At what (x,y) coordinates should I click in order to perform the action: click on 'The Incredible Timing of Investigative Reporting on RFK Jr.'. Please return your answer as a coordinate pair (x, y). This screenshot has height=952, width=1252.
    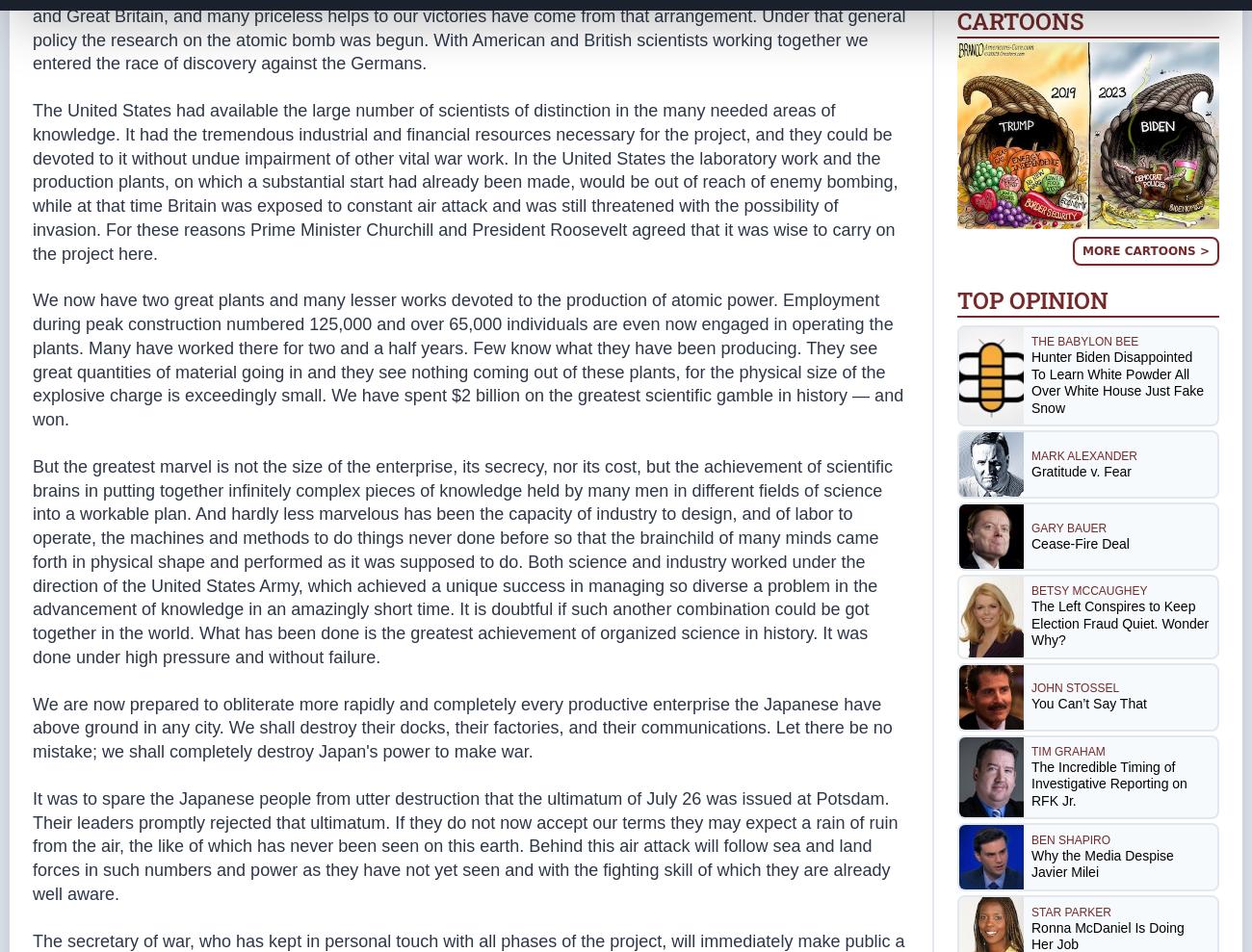
    Looking at the image, I should click on (1109, 782).